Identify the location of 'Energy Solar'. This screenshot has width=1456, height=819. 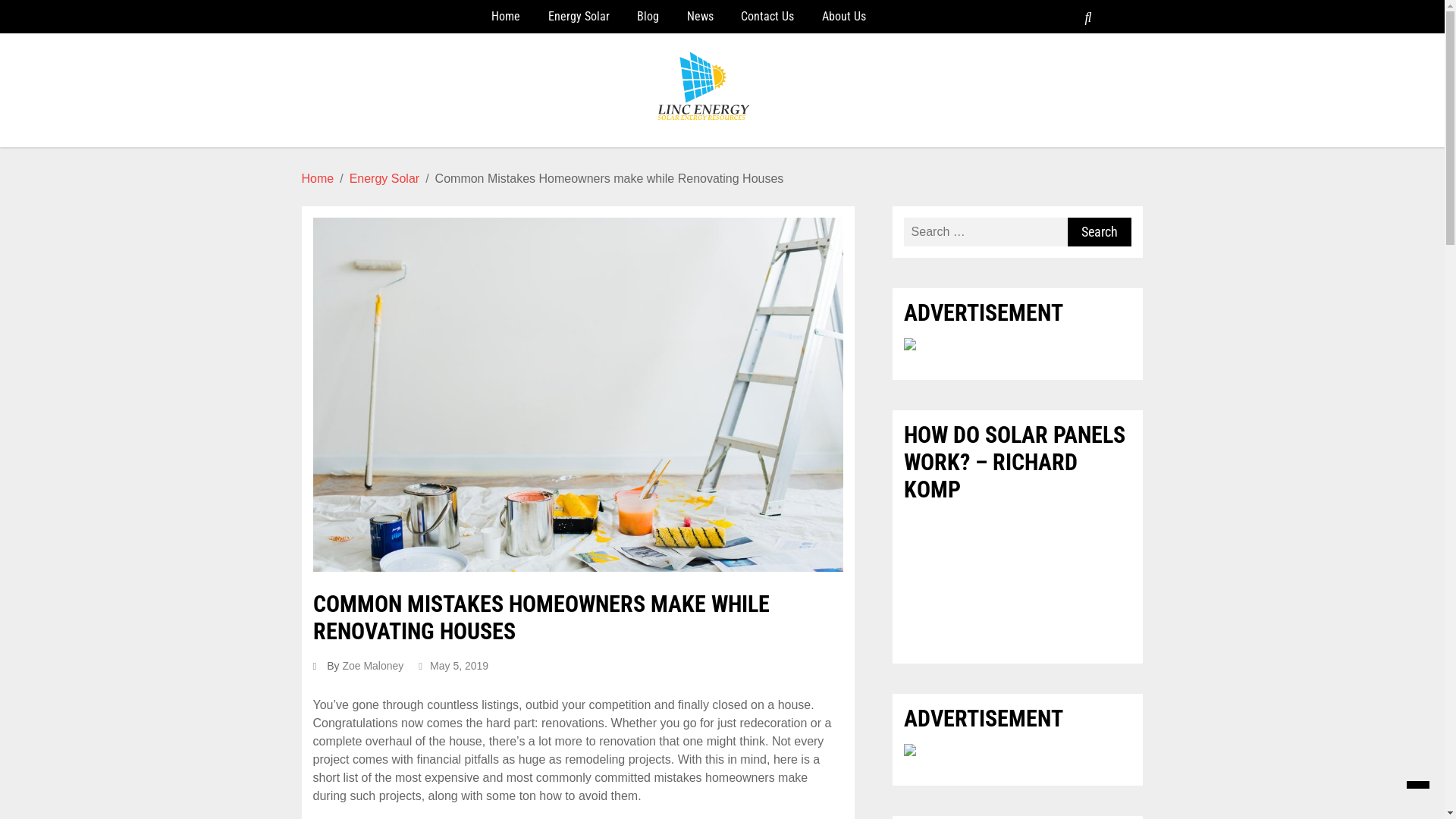
(348, 177).